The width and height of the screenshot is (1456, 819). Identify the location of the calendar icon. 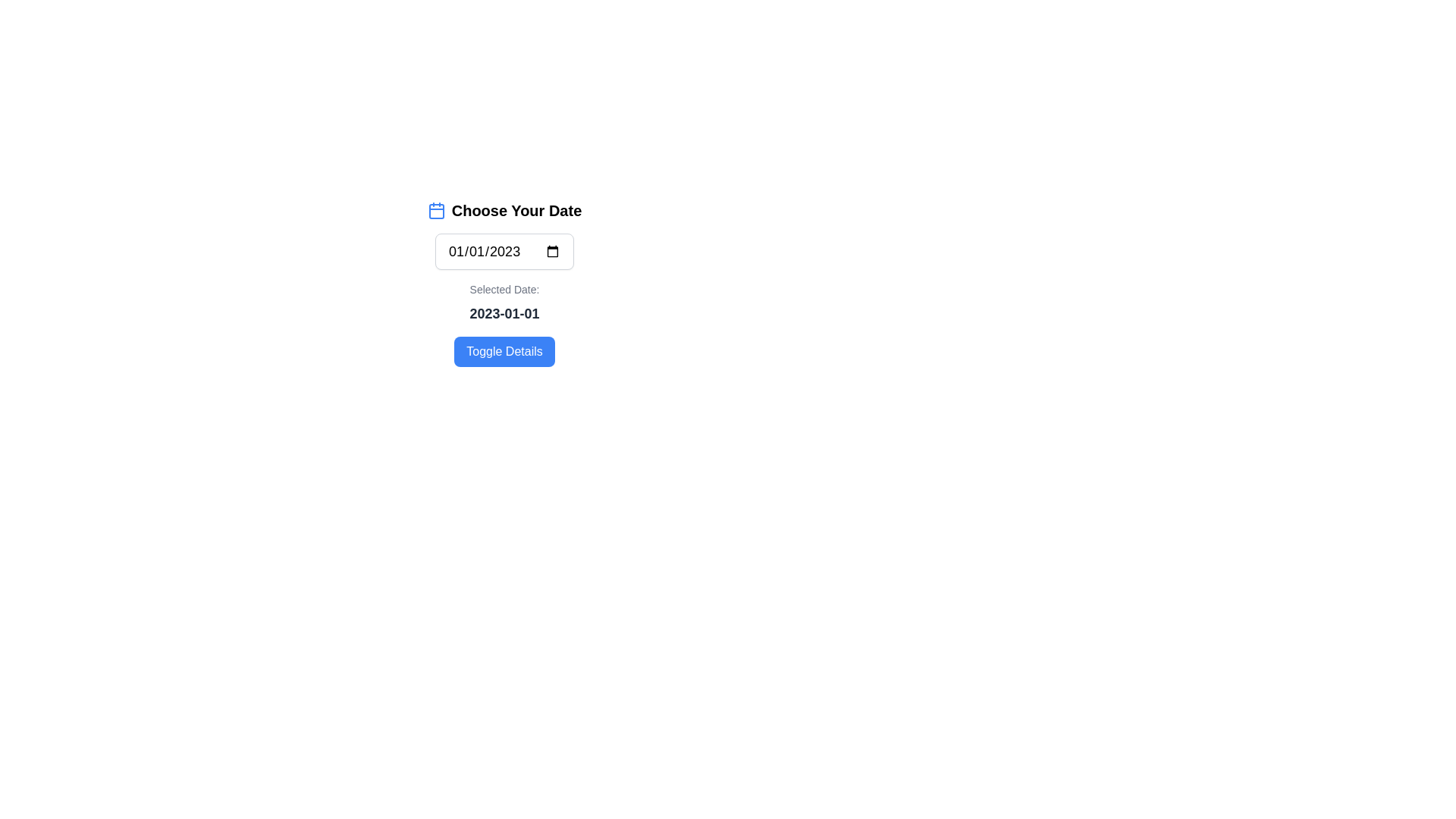
(435, 210).